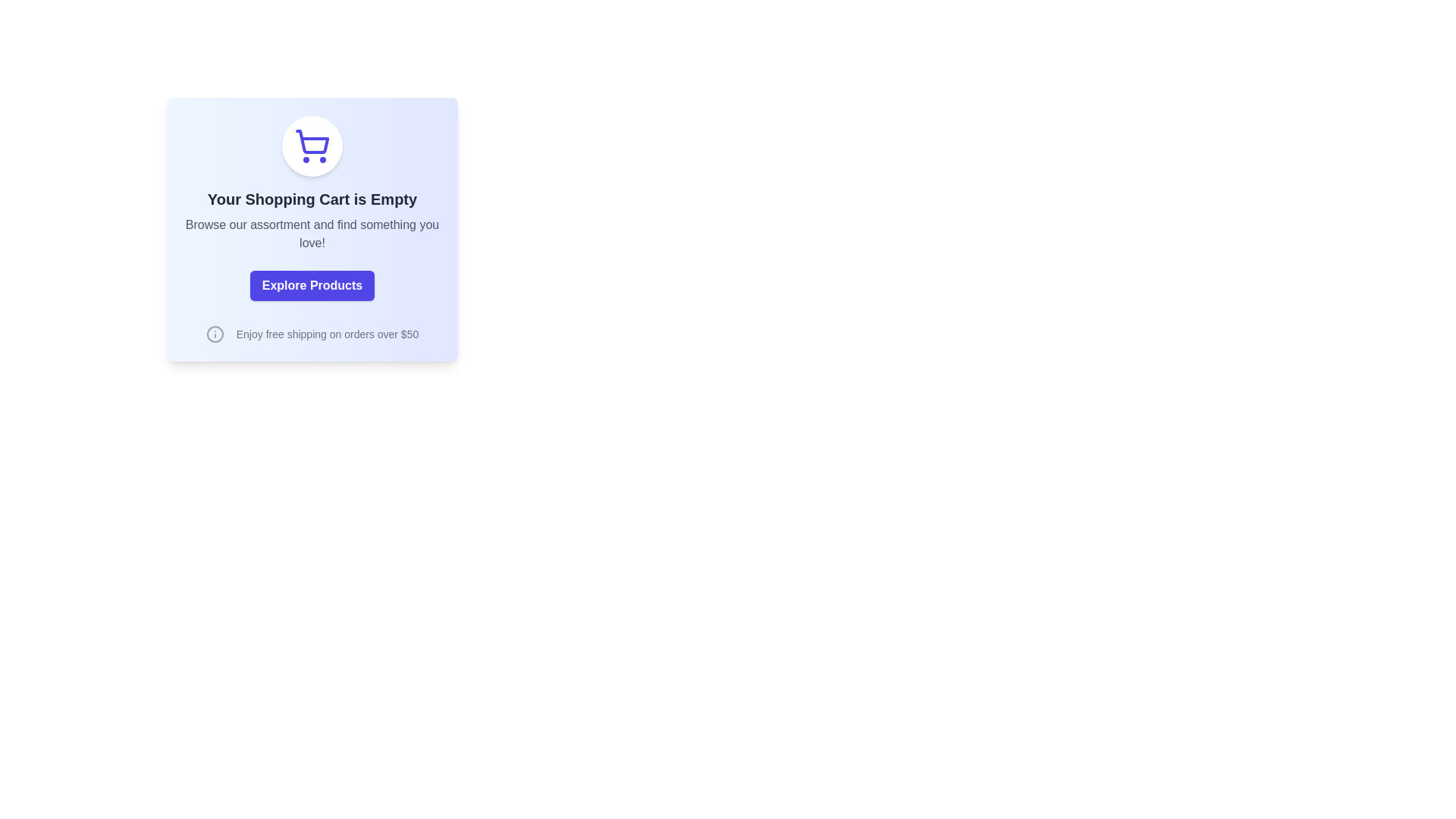 The height and width of the screenshot is (819, 1456). What do you see at coordinates (312, 146) in the screenshot?
I see `the shopping cart icon located at the top center of the modal above the heading 'Your Shopping Cart is Empty.'` at bounding box center [312, 146].